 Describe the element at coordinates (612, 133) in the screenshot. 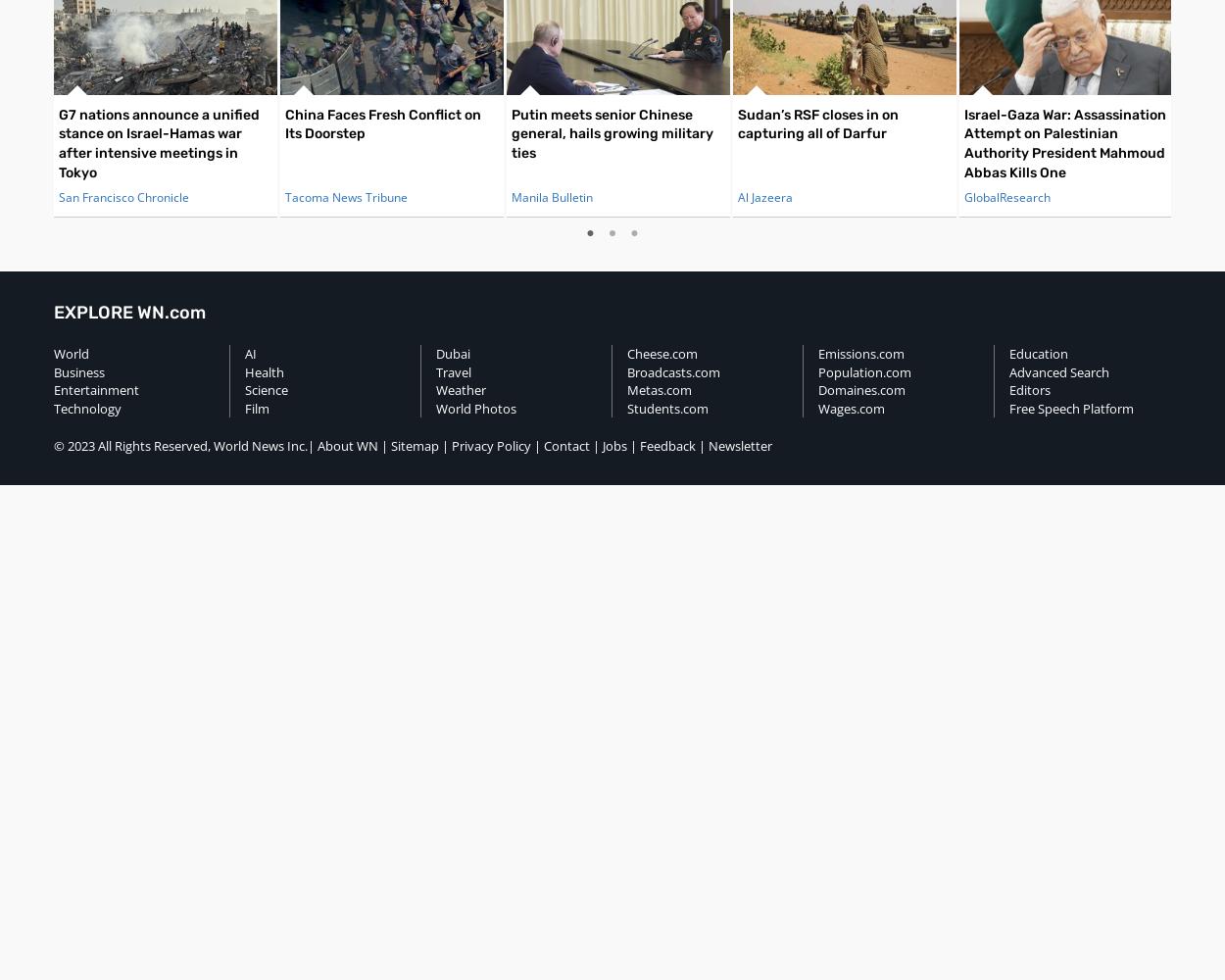

I see `'Putin meets senior Chinese general, hails growing military ties'` at that location.